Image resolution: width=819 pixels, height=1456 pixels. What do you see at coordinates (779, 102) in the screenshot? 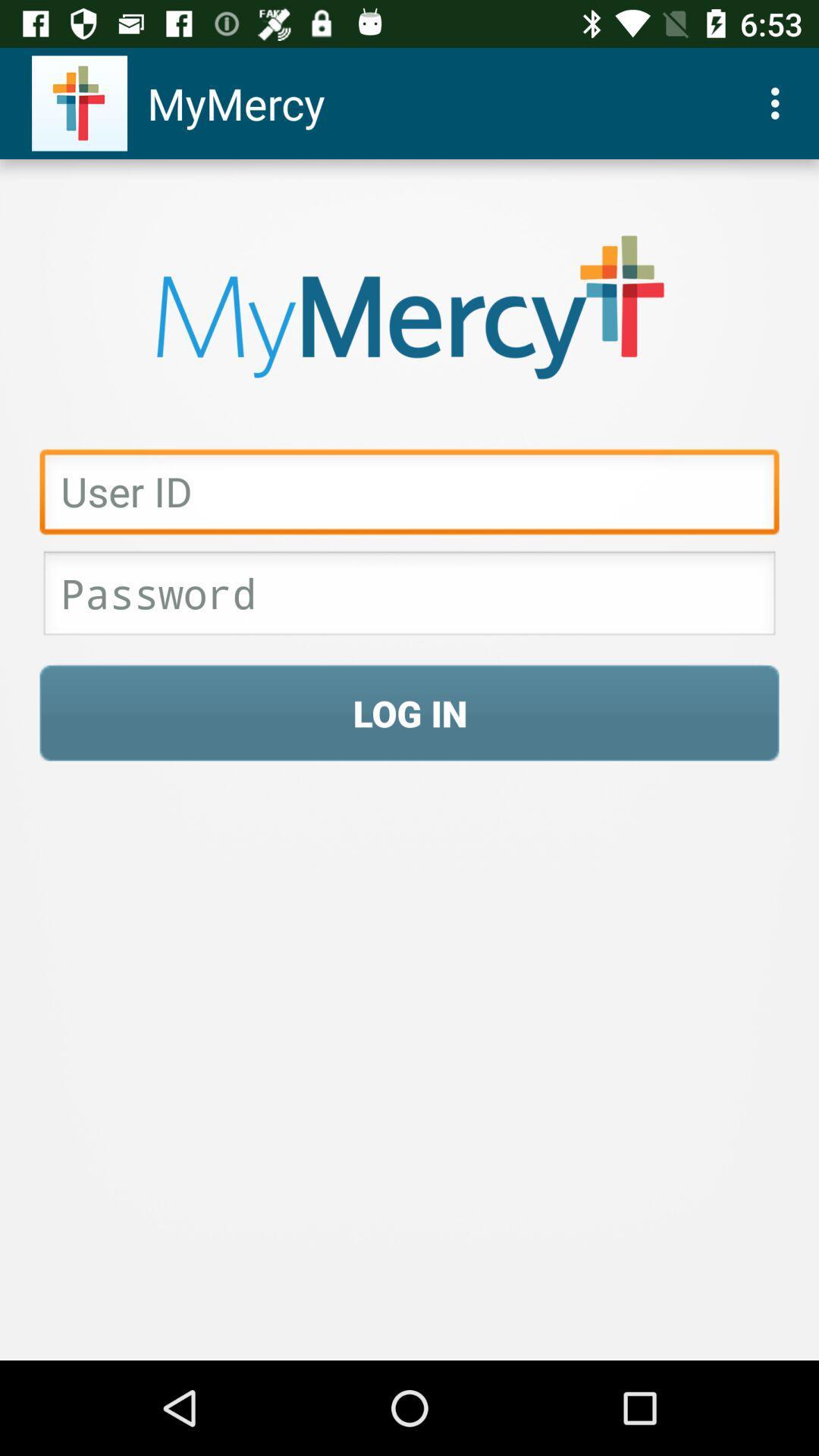
I see `the item to the right of mymercy item` at bounding box center [779, 102].